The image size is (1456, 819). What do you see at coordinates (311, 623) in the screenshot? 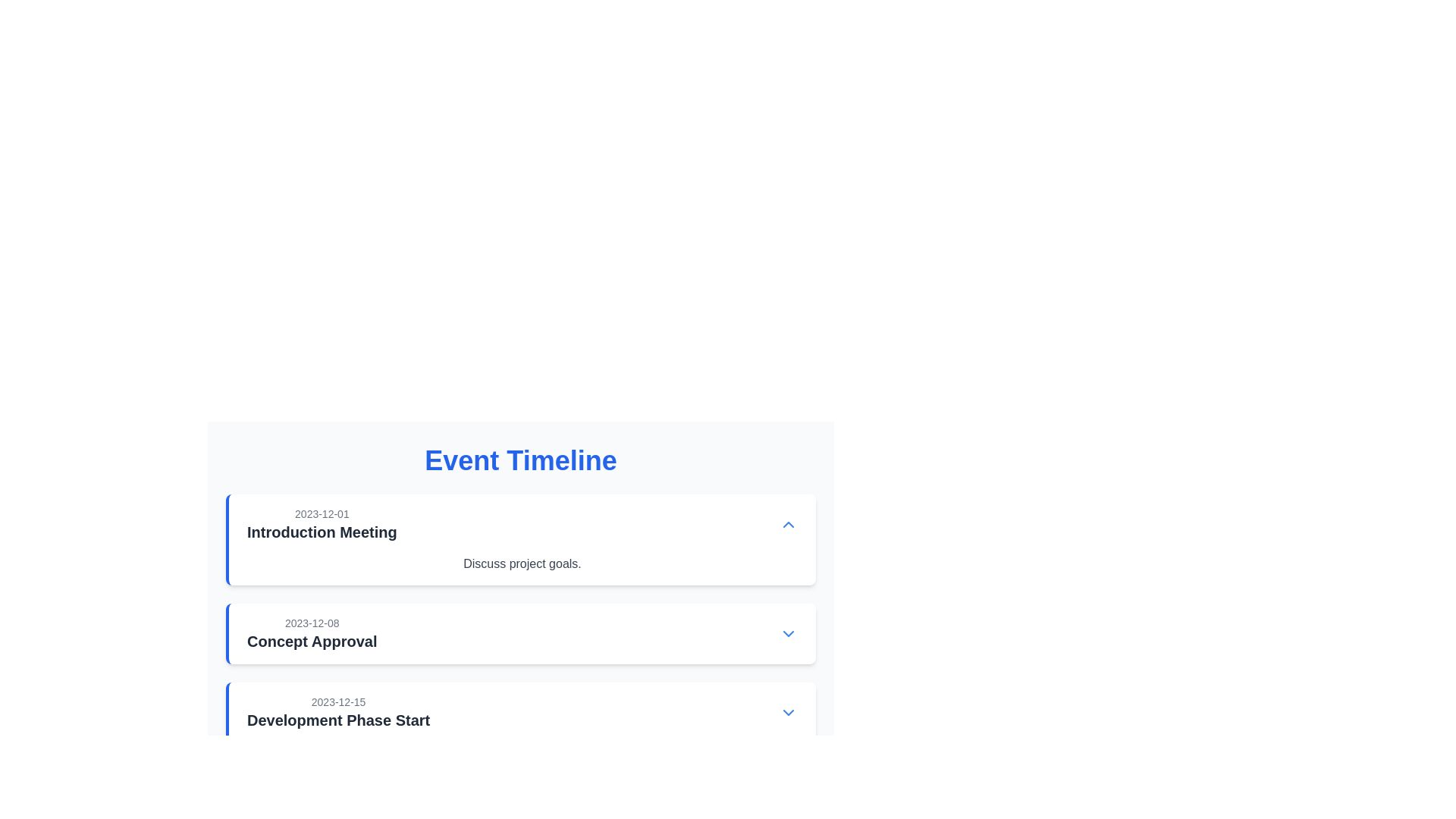
I see `the text label displaying the date of the 'Concept Approval' event, which is located at the top of the 'Concept Approval' section in the timeline` at bounding box center [311, 623].